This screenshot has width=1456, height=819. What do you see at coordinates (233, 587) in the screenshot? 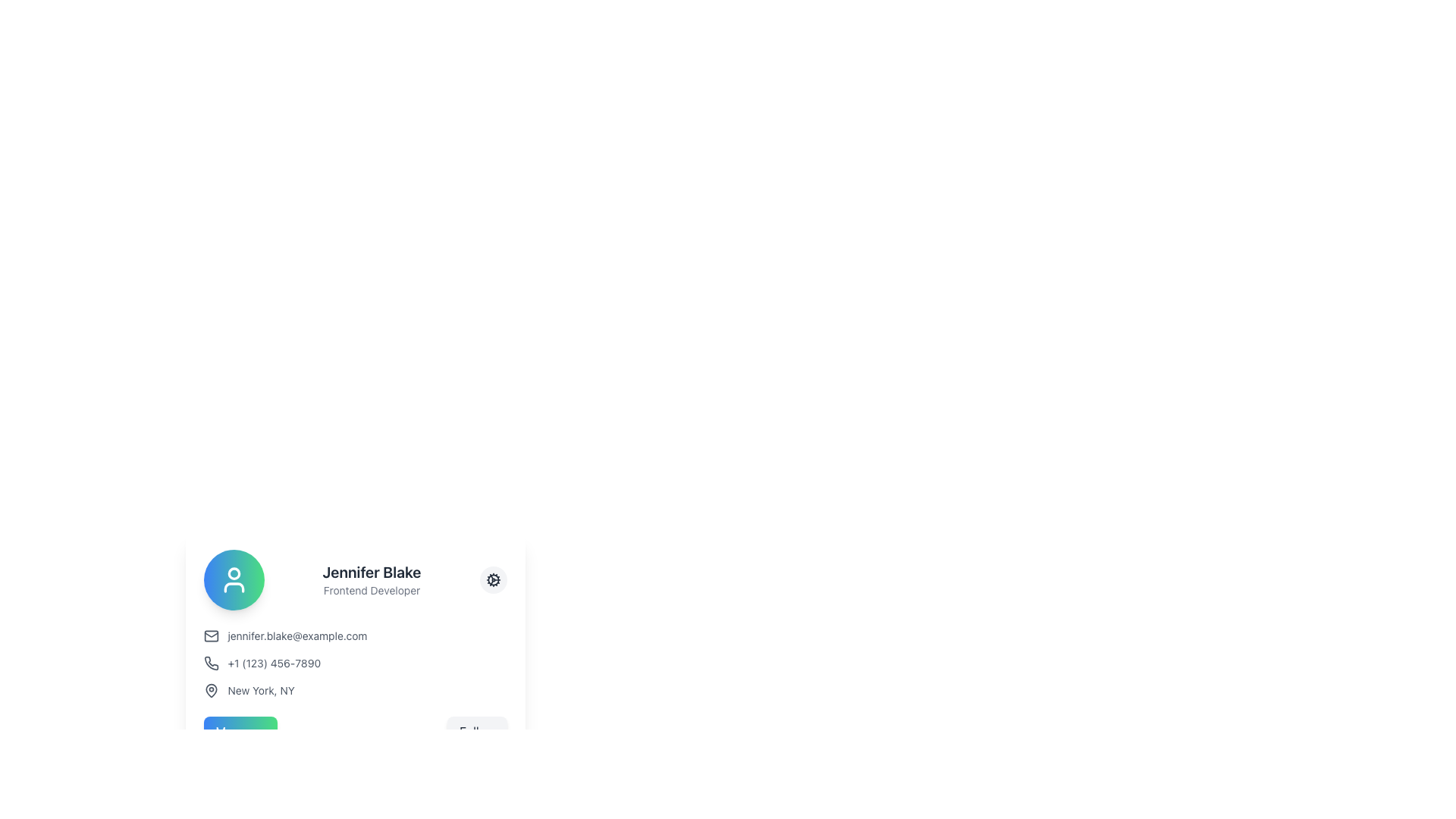
I see `the gray curved line forming the bottom part of the user icon representing shoulders, located within the circular area of the profile picture` at bounding box center [233, 587].